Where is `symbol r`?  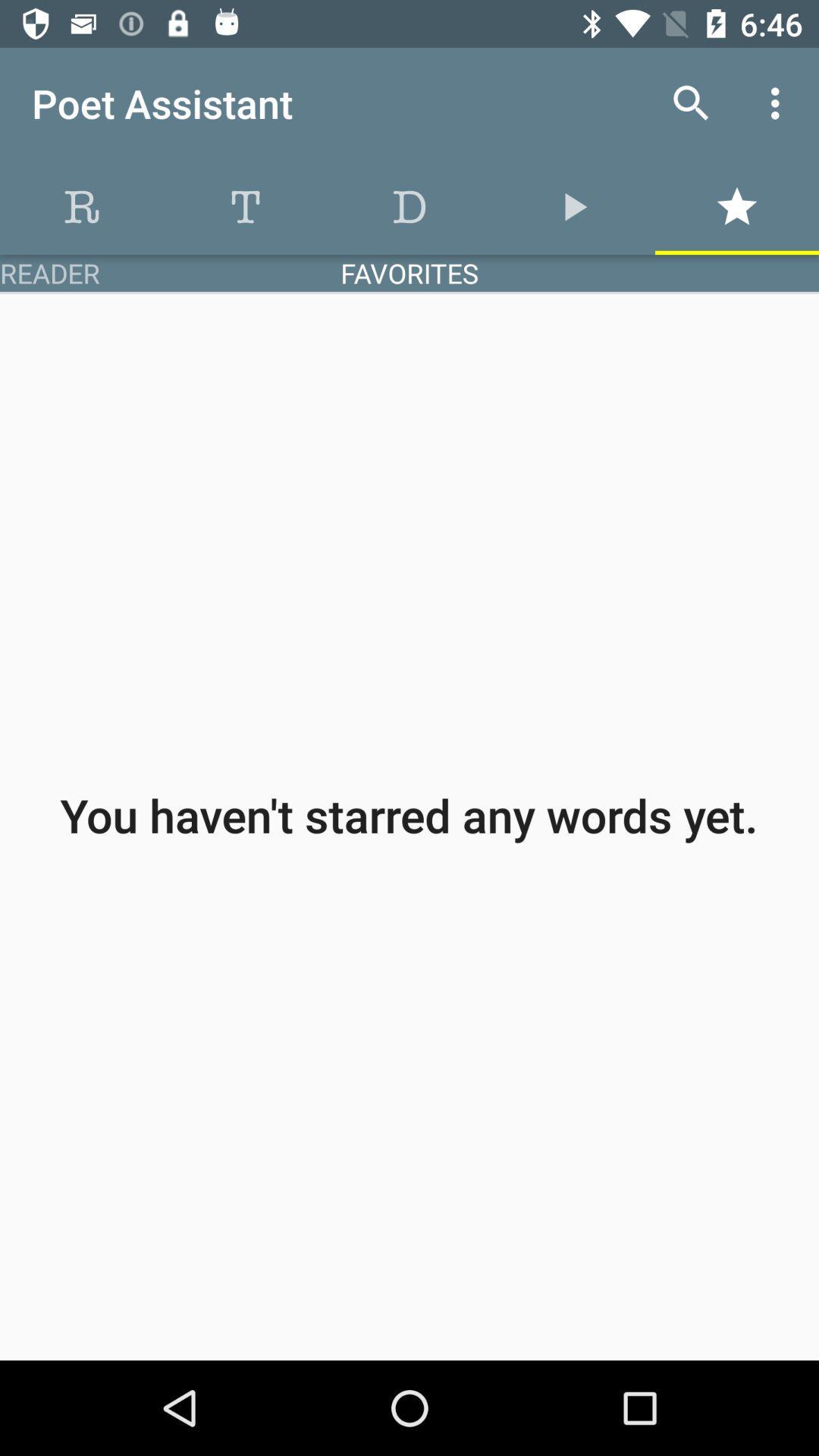
symbol r is located at coordinates (82, 206).